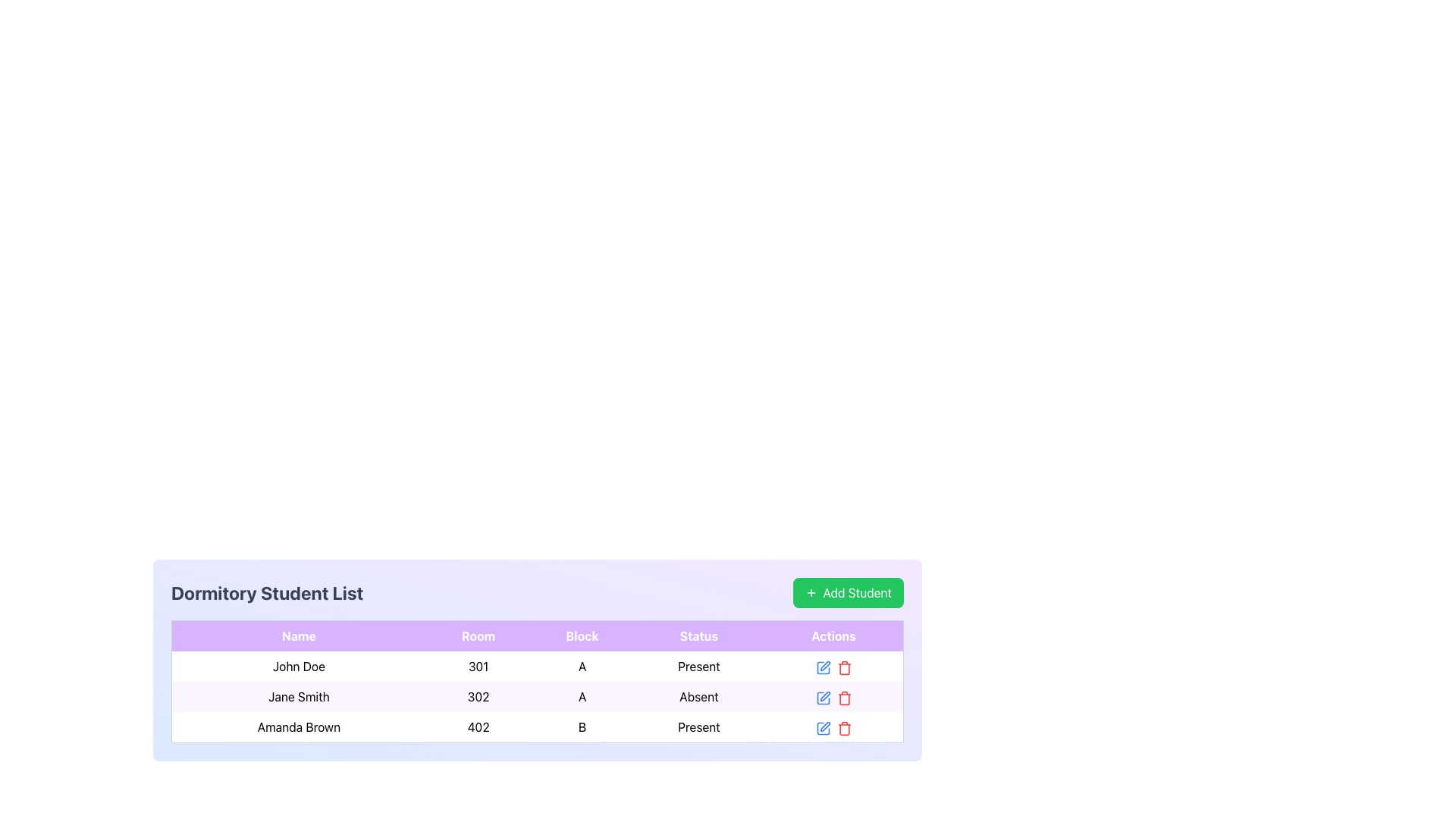  I want to click on the editing icon representing 'Amanda Brown' in the 'Actions' column, so click(822, 727).